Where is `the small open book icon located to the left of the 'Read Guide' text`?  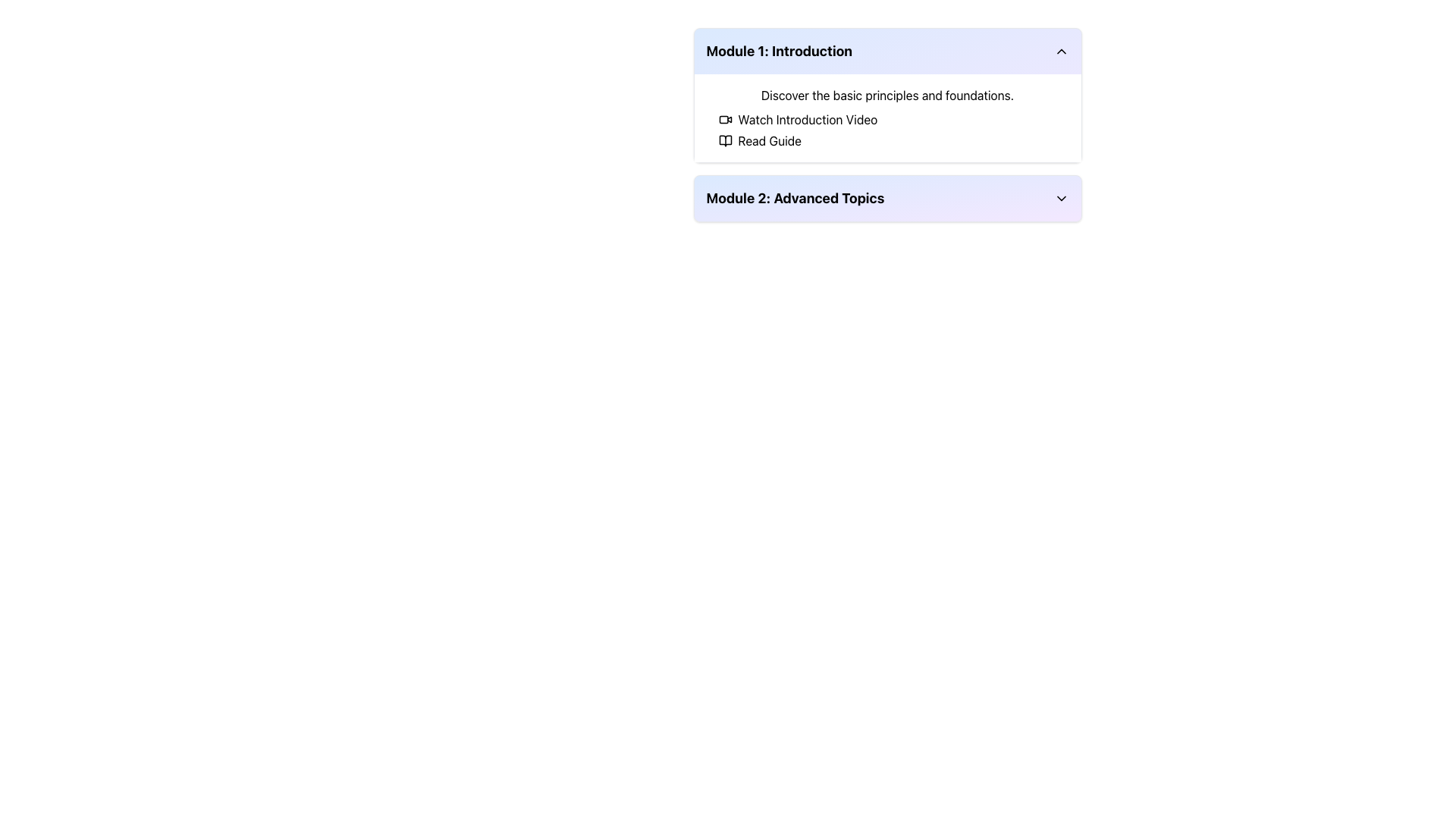
the small open book icon located to the left of the 'Read Guide' text is located at coordinates (724, 140).